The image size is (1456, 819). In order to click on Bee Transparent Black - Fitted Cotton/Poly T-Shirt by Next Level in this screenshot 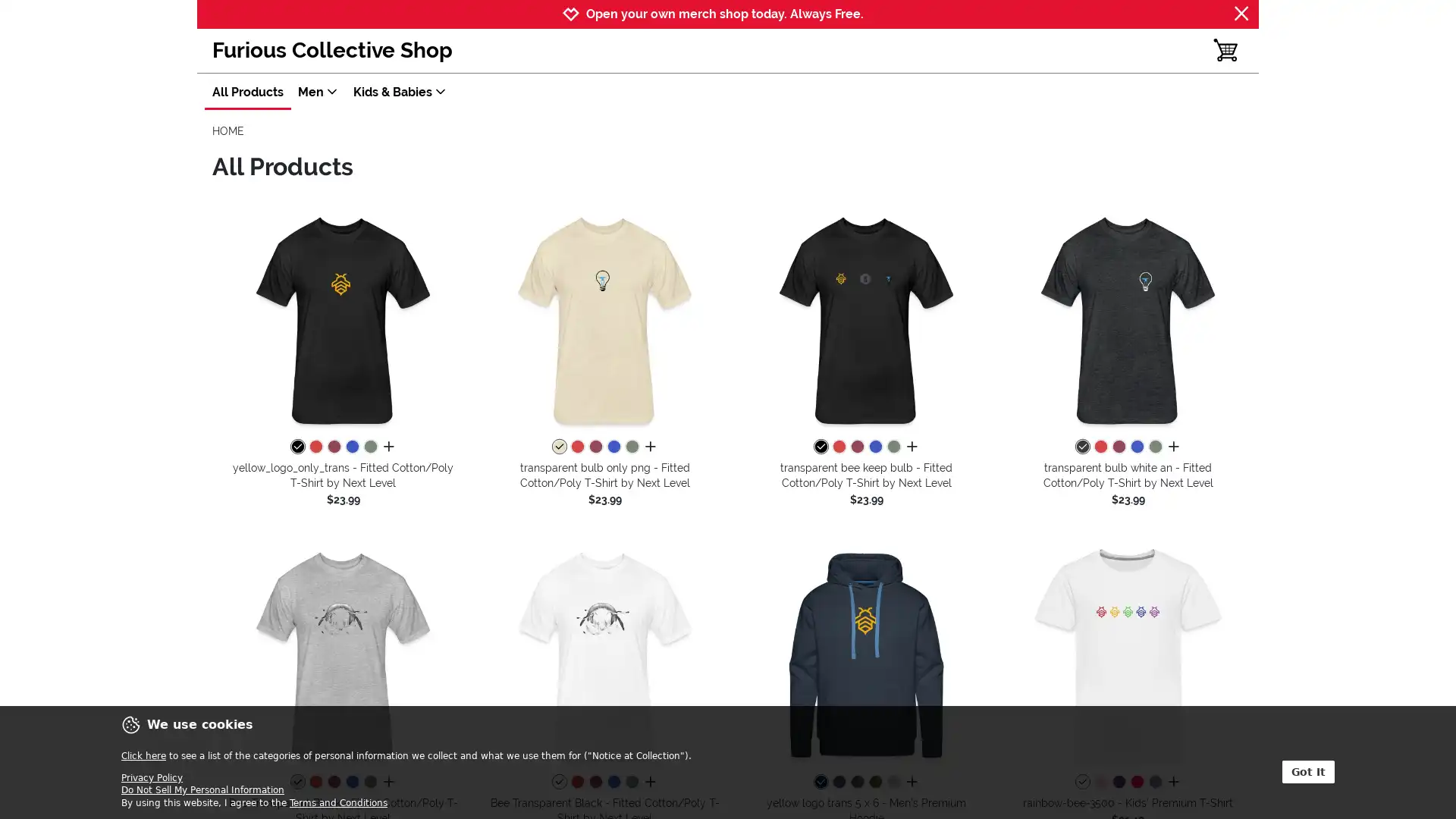, I will do `click(604, 654)`.